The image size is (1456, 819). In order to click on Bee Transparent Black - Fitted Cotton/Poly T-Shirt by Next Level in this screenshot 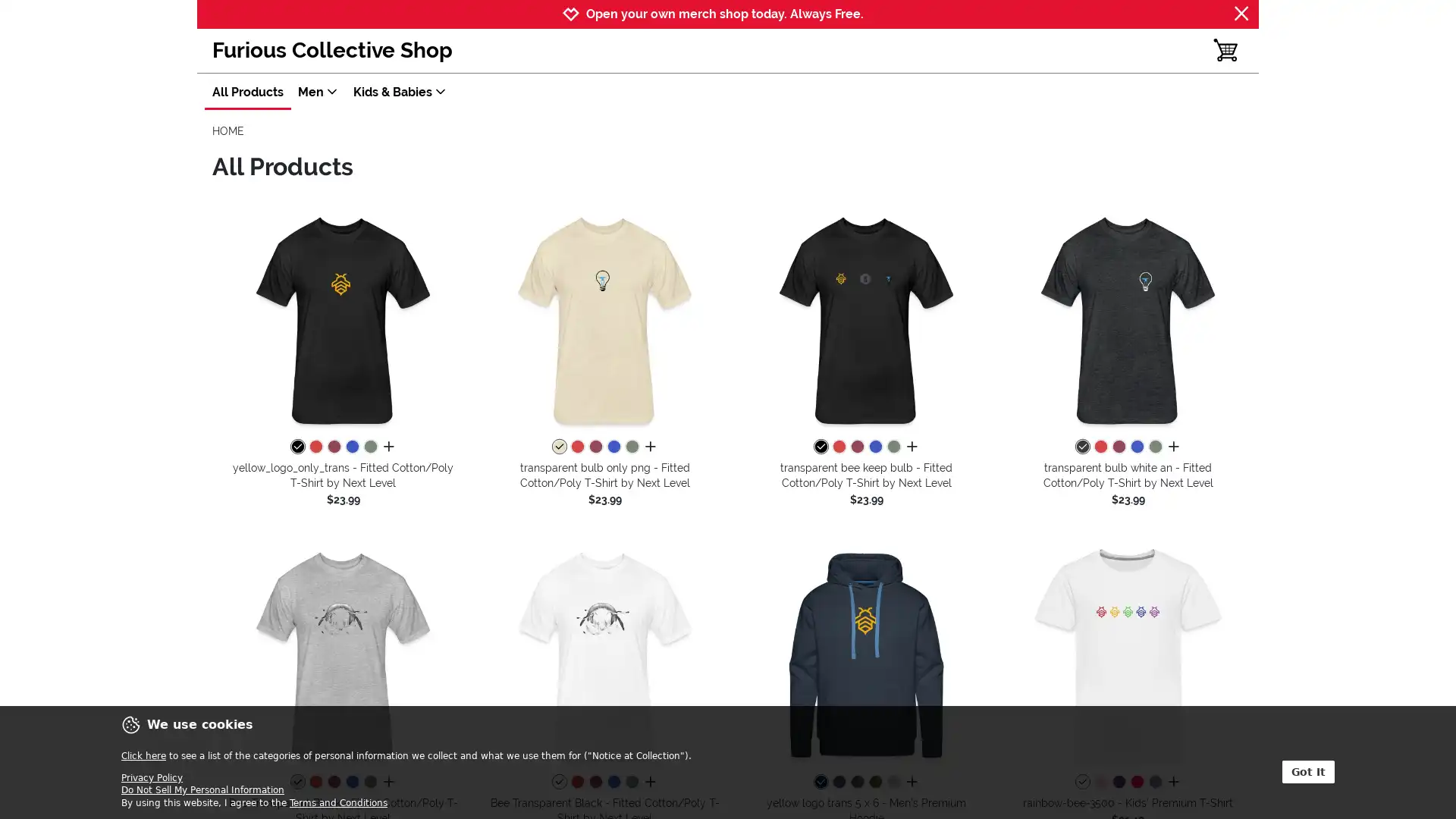, I will do `click(604, 654)`.